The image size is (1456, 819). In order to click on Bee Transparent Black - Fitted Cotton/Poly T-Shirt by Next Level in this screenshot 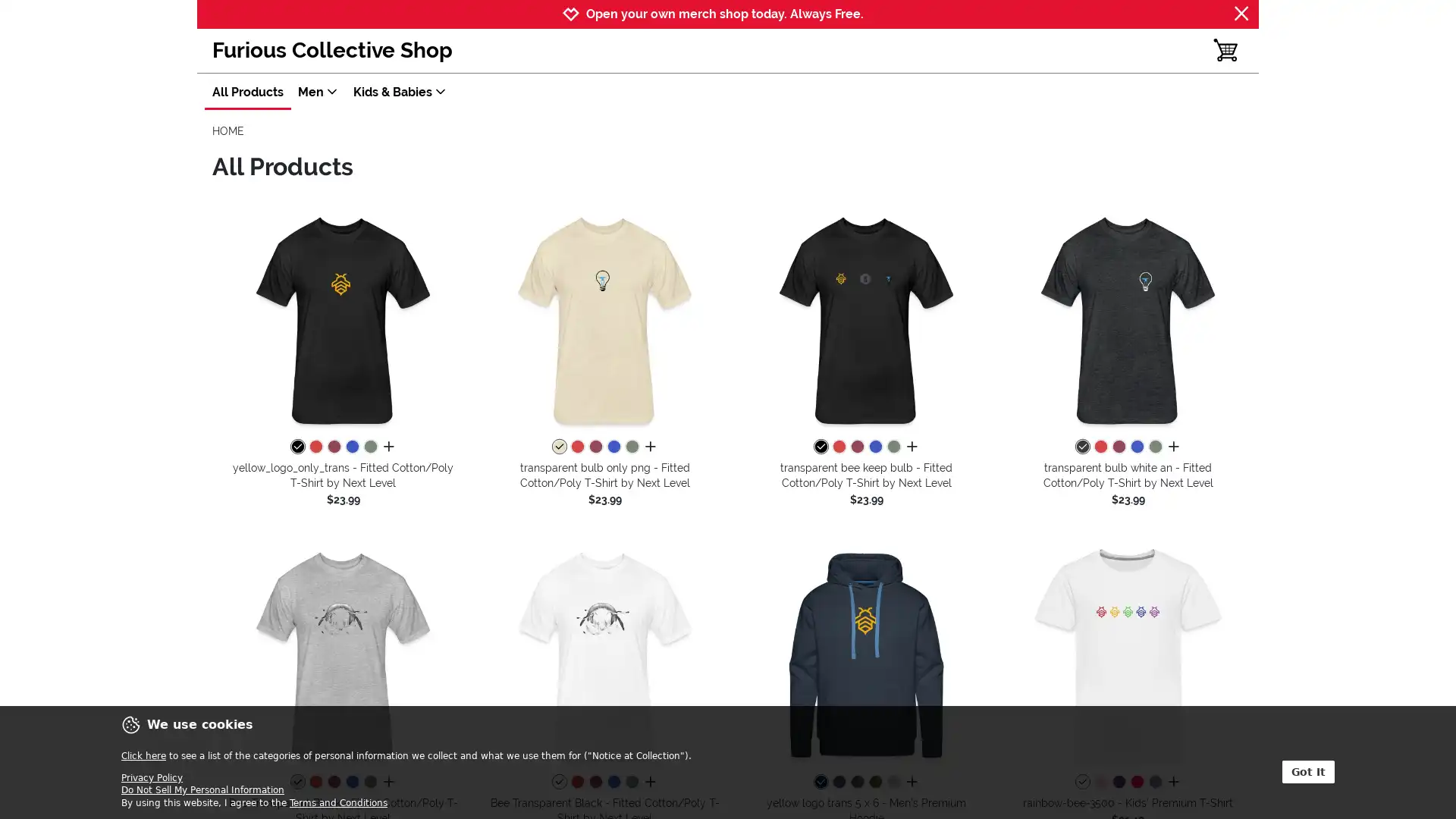, I will do `click(604, 654)`.